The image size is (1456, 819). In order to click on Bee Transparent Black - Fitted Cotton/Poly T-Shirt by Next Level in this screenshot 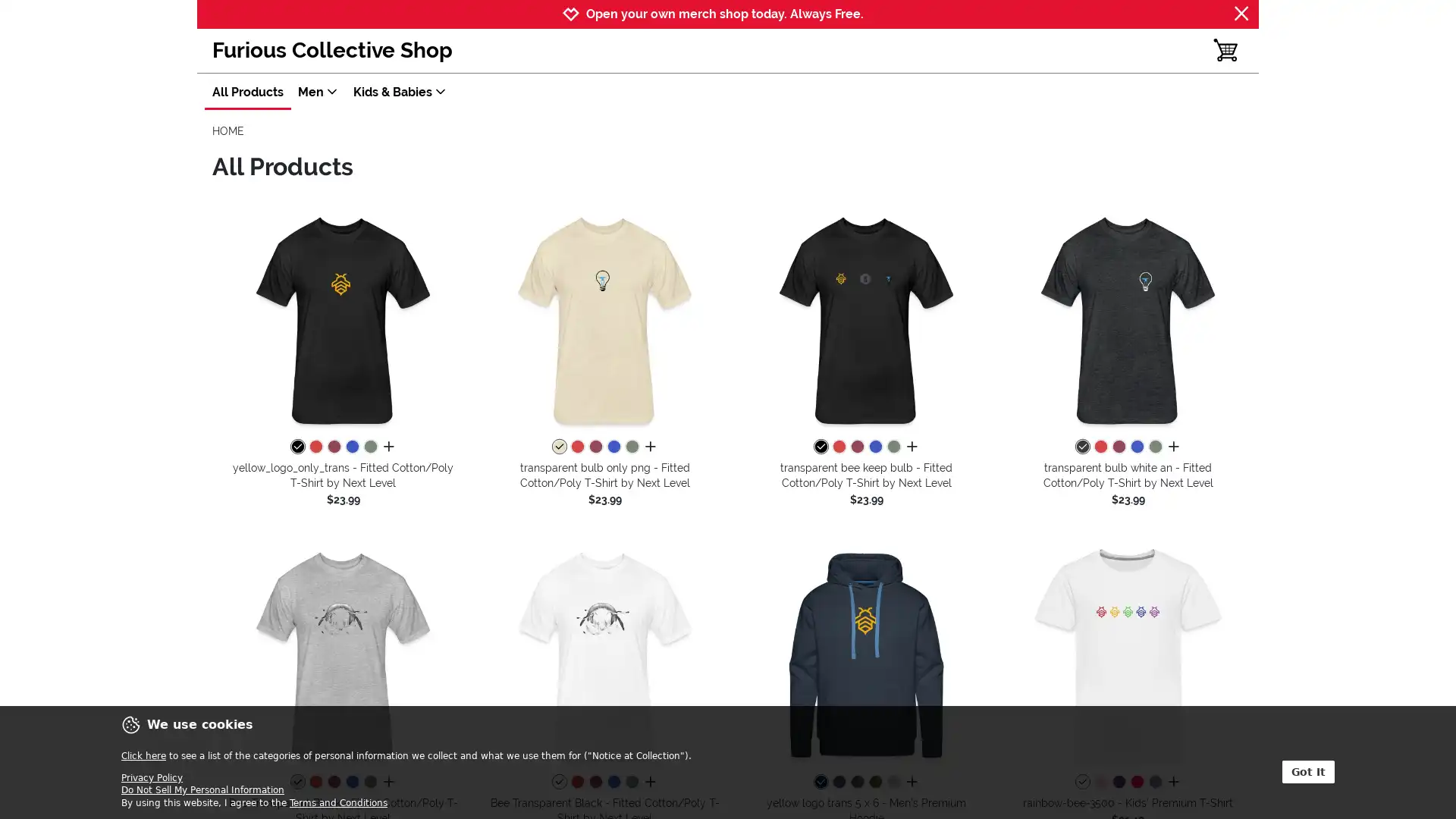, I will do `click(604, 654)`.